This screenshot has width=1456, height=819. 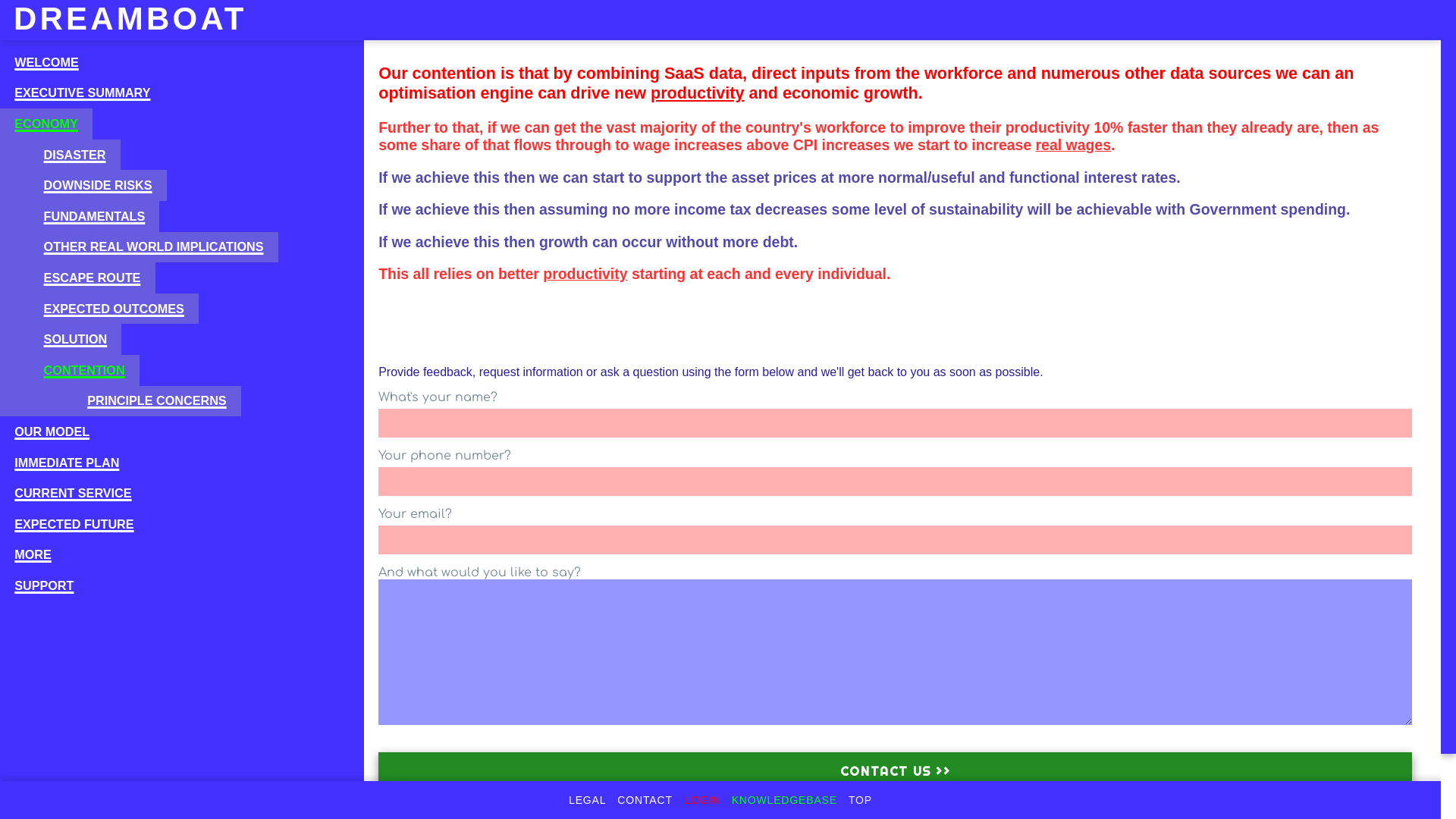 I want to click on 'MORE', so click(x=33, y=555).